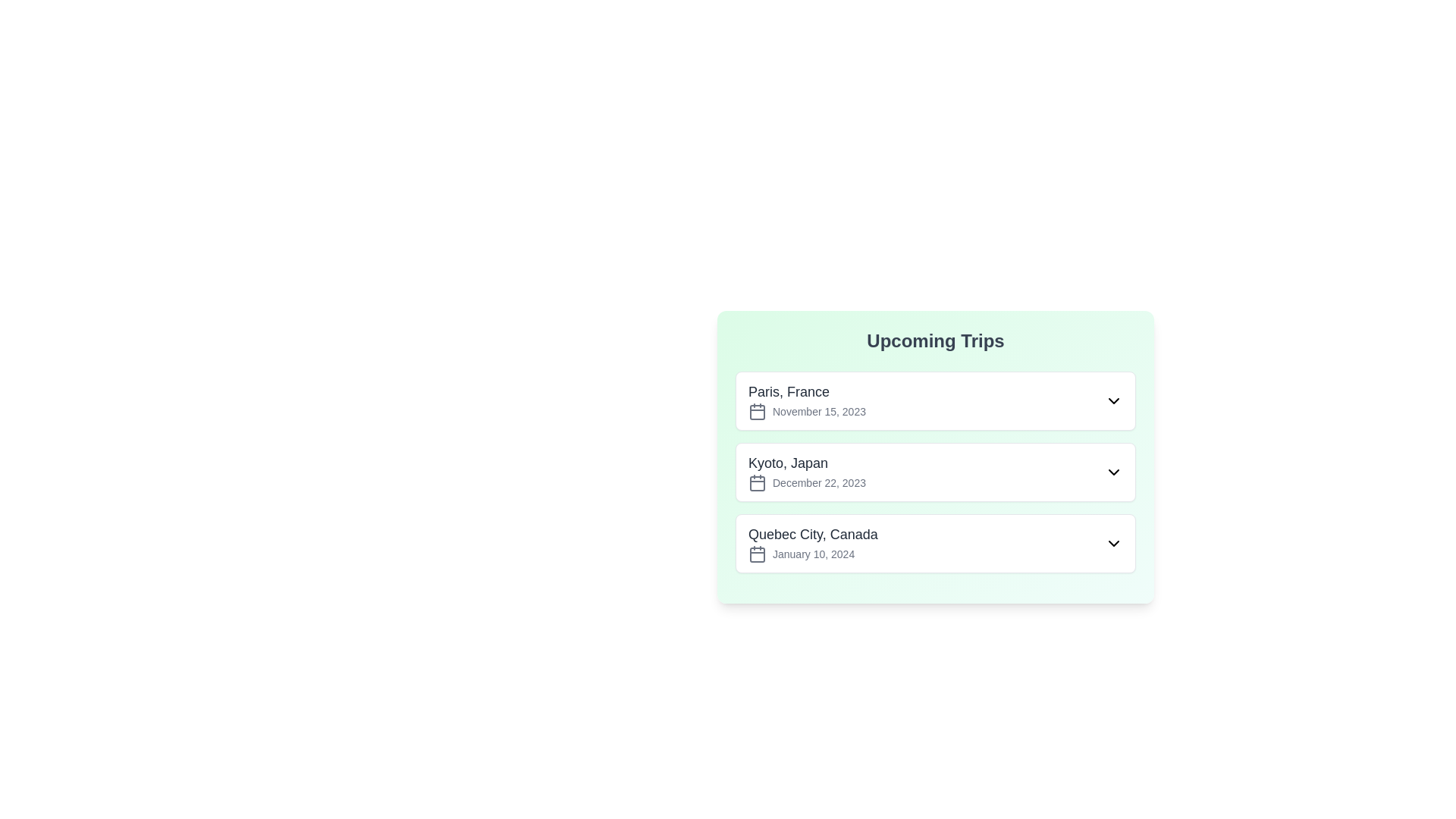 The width and height of the screenshot is (1456, 819). Describe the element at coordinates (806, 400) in the screenshot. I see `static text label displaying information about the scheduled trip to Paris, France, on November 15, 2023, which is the first item under 'Upcoming Trips'` at that location.